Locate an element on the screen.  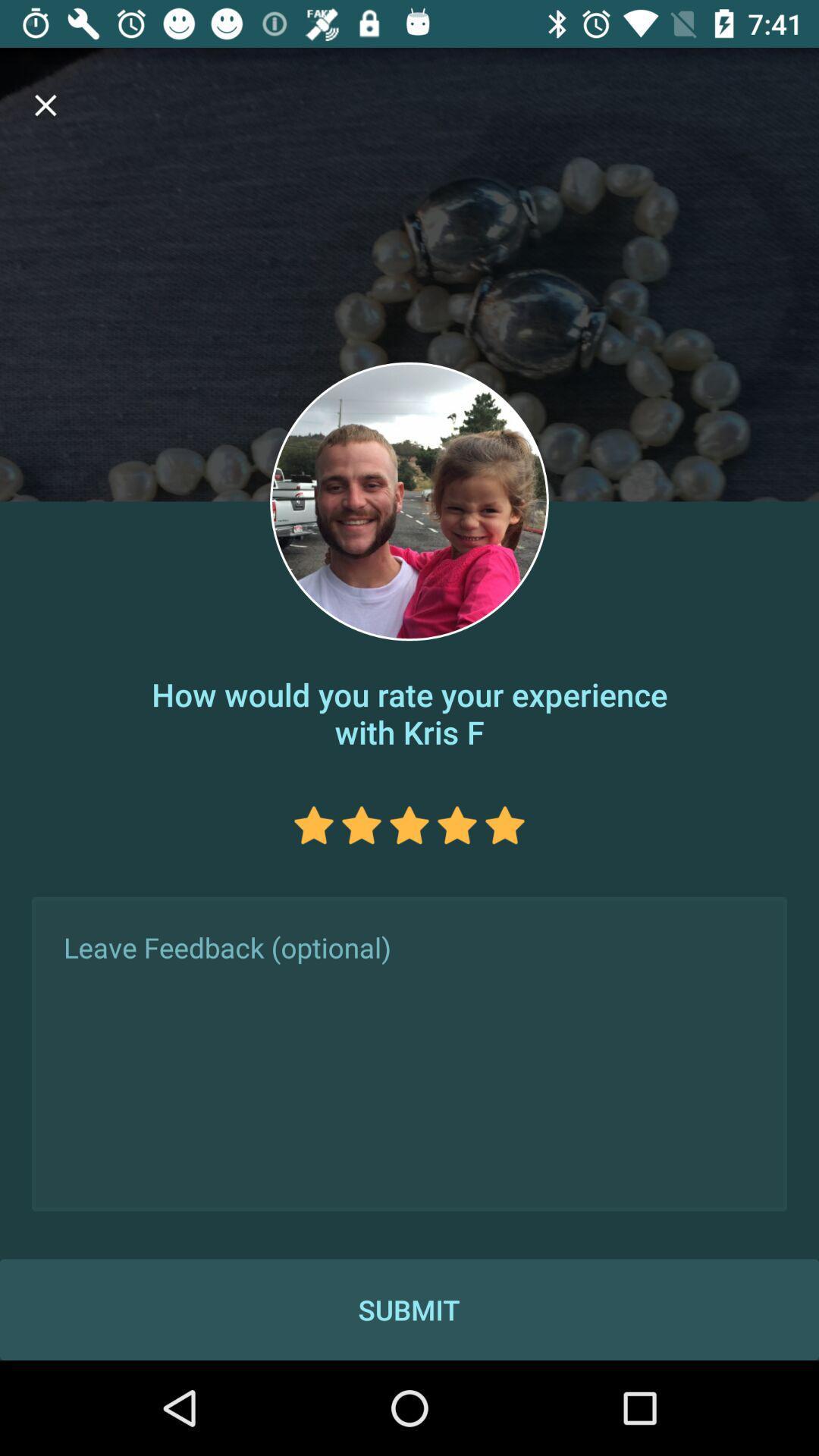
rate your experience is located at coordinates (409, 824).